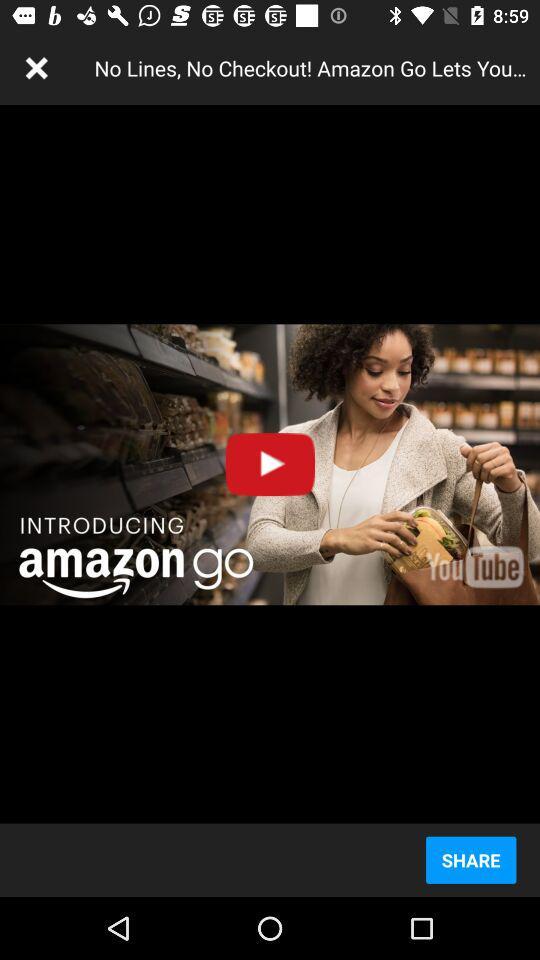  Describe the element at coordinates (471, 859) in the screenshot. I see `the share icon` at that location.